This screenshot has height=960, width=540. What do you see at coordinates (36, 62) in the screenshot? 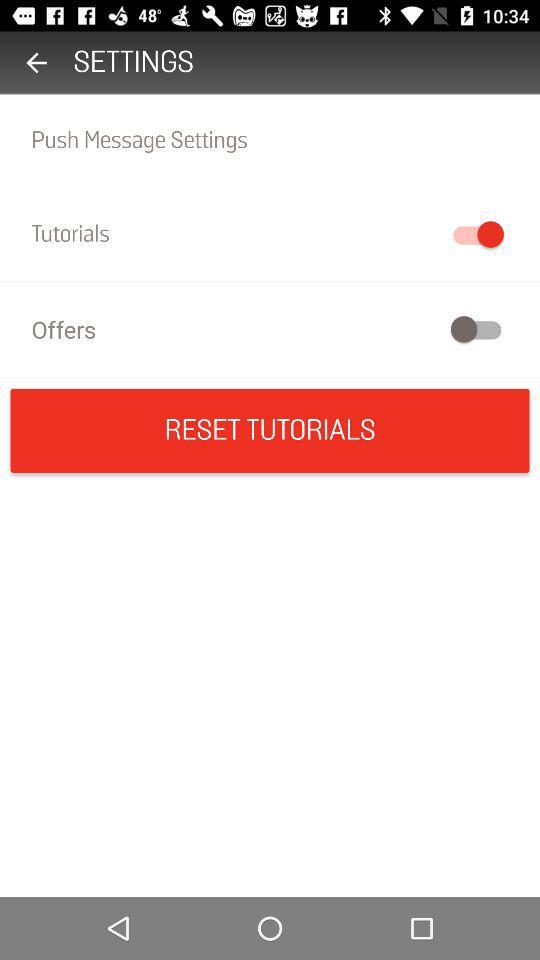
I see `item to the left of the settings icon` at bounding box center [36, 62].